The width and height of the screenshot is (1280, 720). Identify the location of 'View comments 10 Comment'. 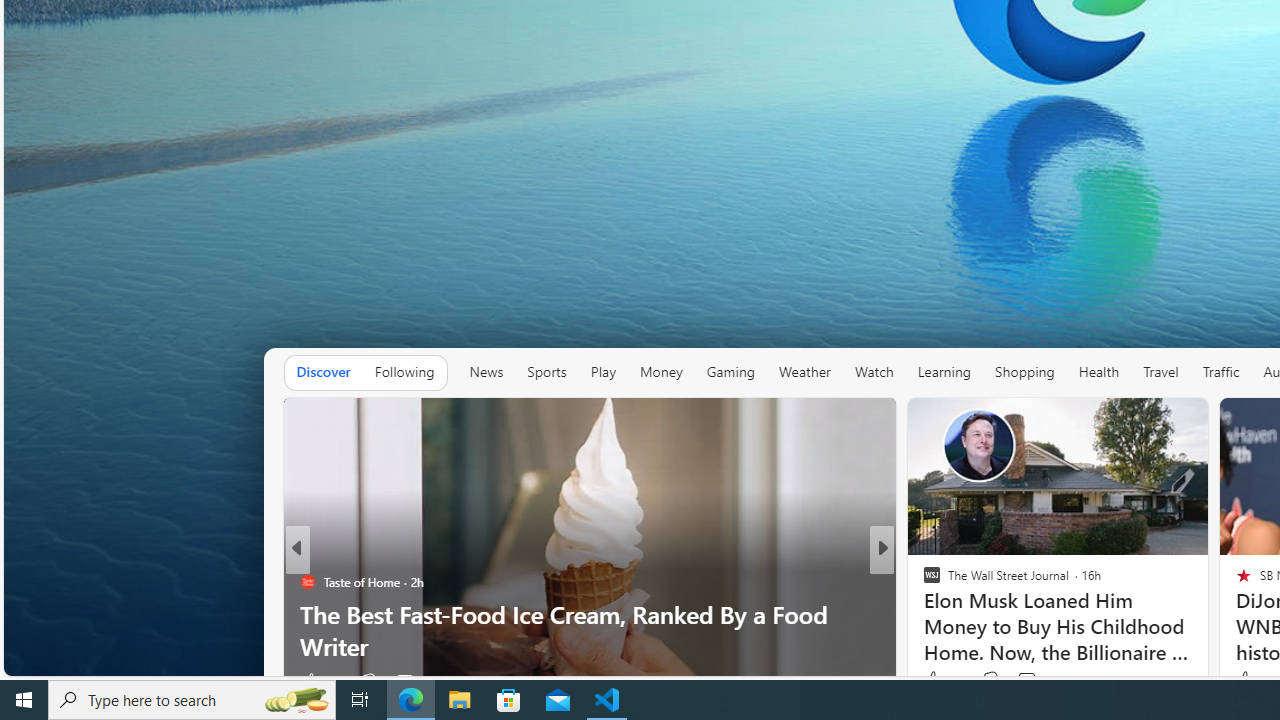
(1023, 680).